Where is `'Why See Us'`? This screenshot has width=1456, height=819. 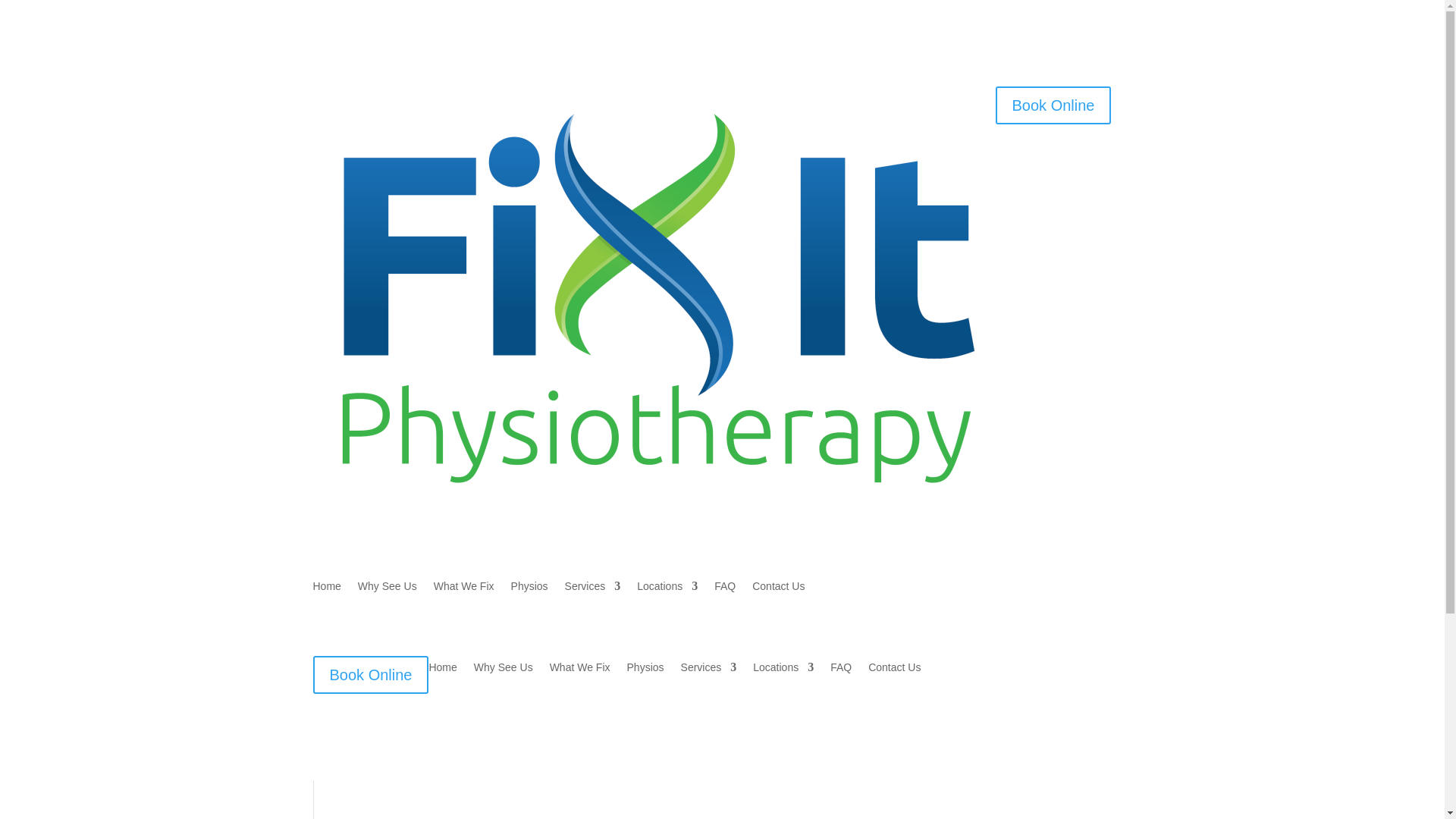
'Why See Us' is located at coordinates (472, 669).